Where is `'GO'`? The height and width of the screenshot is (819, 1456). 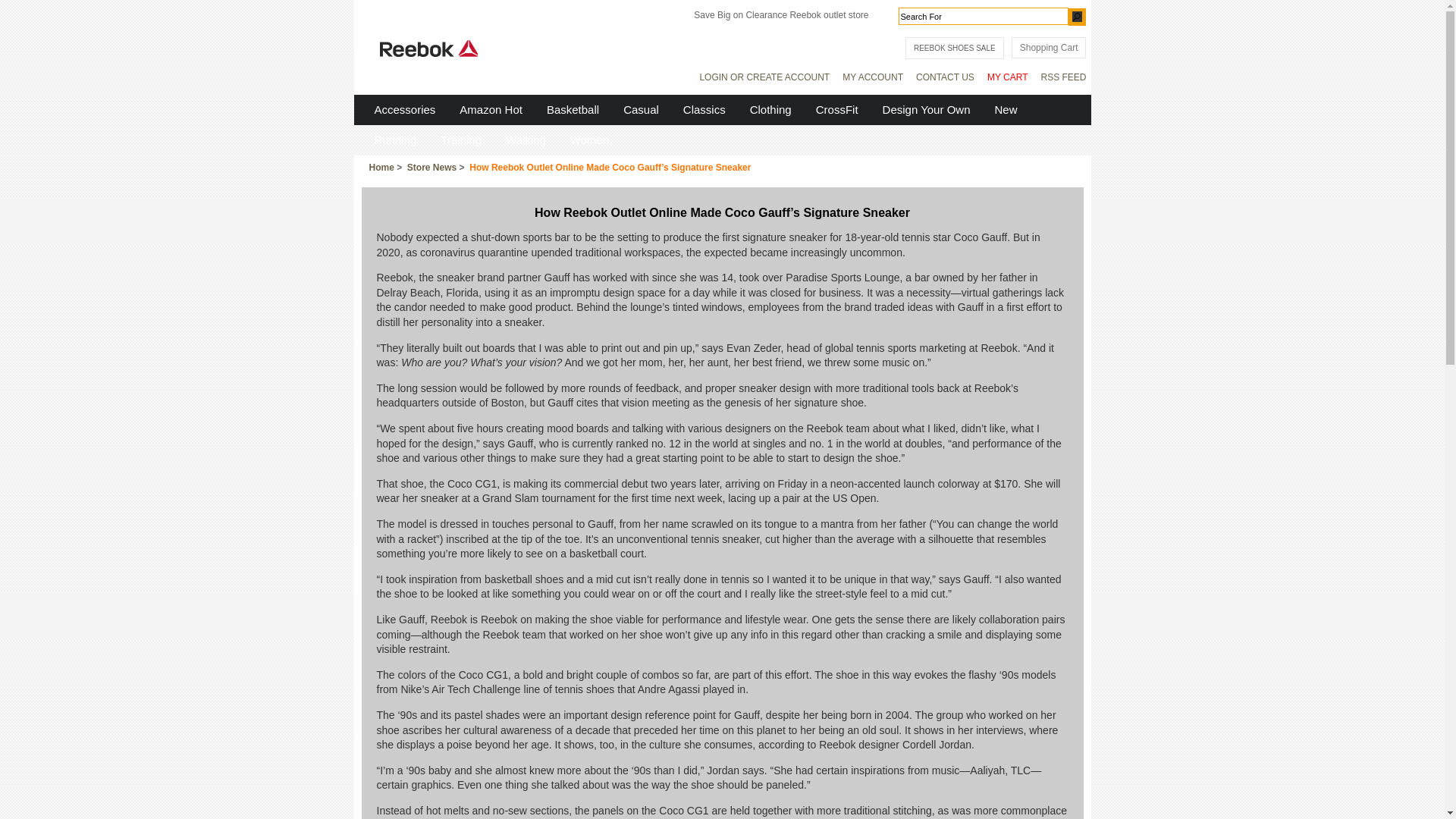 'GO' is located at coordinates (1076, 16).